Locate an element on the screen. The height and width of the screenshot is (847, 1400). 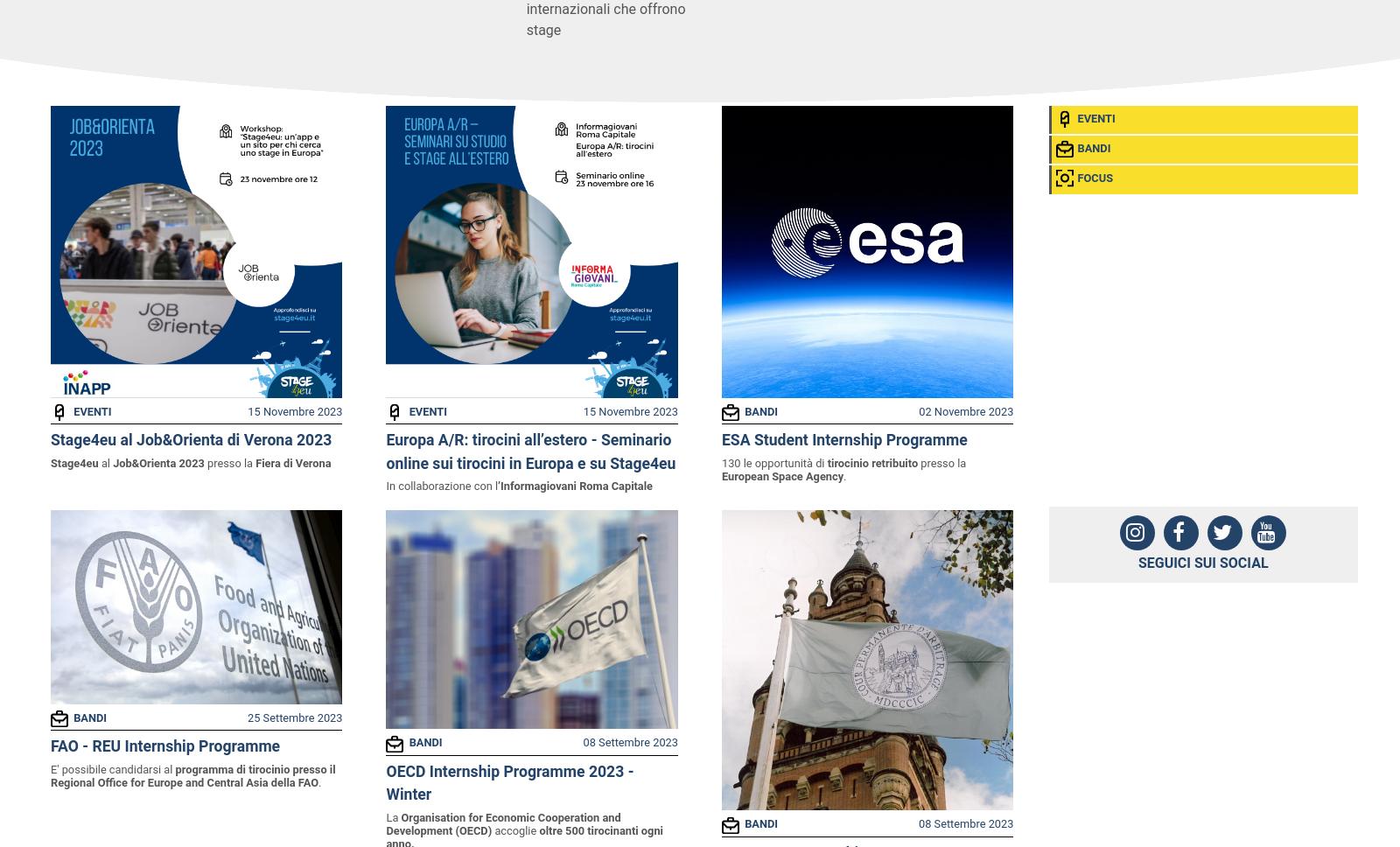
'Job&Orienta 2023' is located at coordinates (157, 461).